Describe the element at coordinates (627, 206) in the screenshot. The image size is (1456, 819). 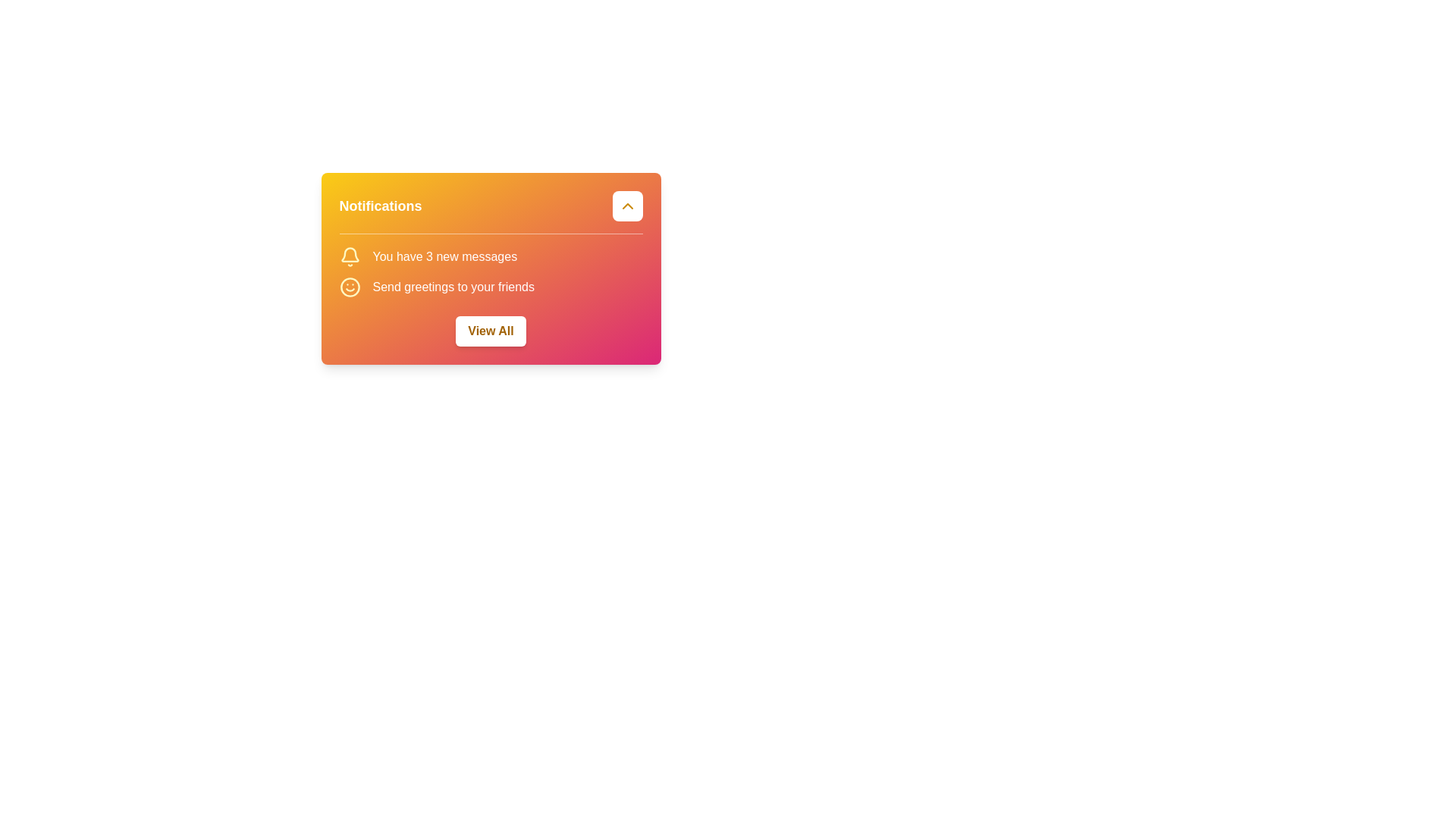
I see `the small, square button with a chevron-up icon located at the top-right corner of the notification card for accessibility navigation` at that location.